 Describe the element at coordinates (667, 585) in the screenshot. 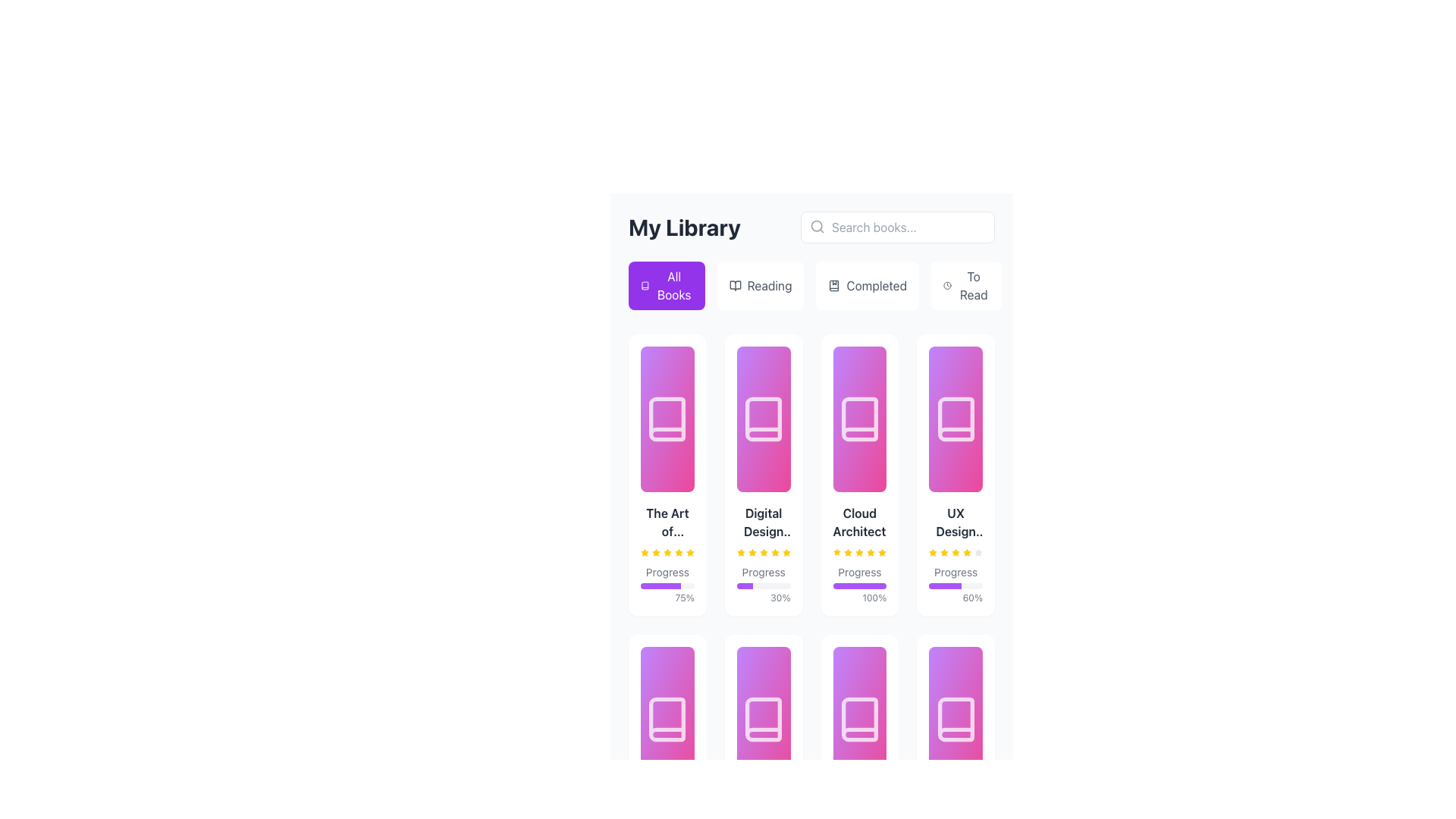

I see `the horizontal progress bar styled as a thin, rounded rectangle, which is partially filled with purple color and located beneath the 'Progress' label` at that location.